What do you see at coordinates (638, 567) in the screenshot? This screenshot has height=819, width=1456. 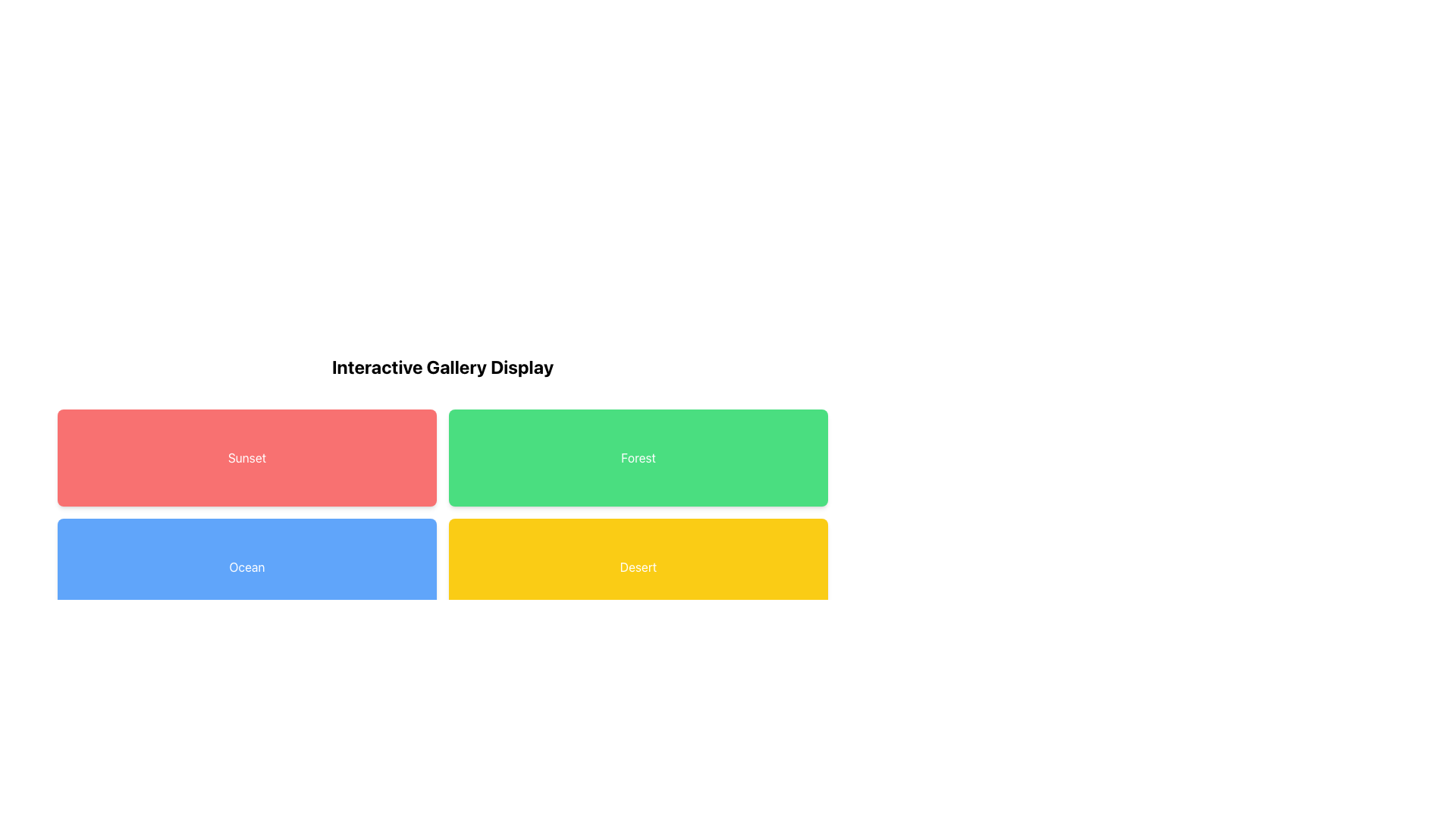 I see `the button labeled 'Desert' with a bright yellow background and white text, located in the bottom-right position of the grid under 'Interactive Gallery Display'` at bounding box center [638, 567].